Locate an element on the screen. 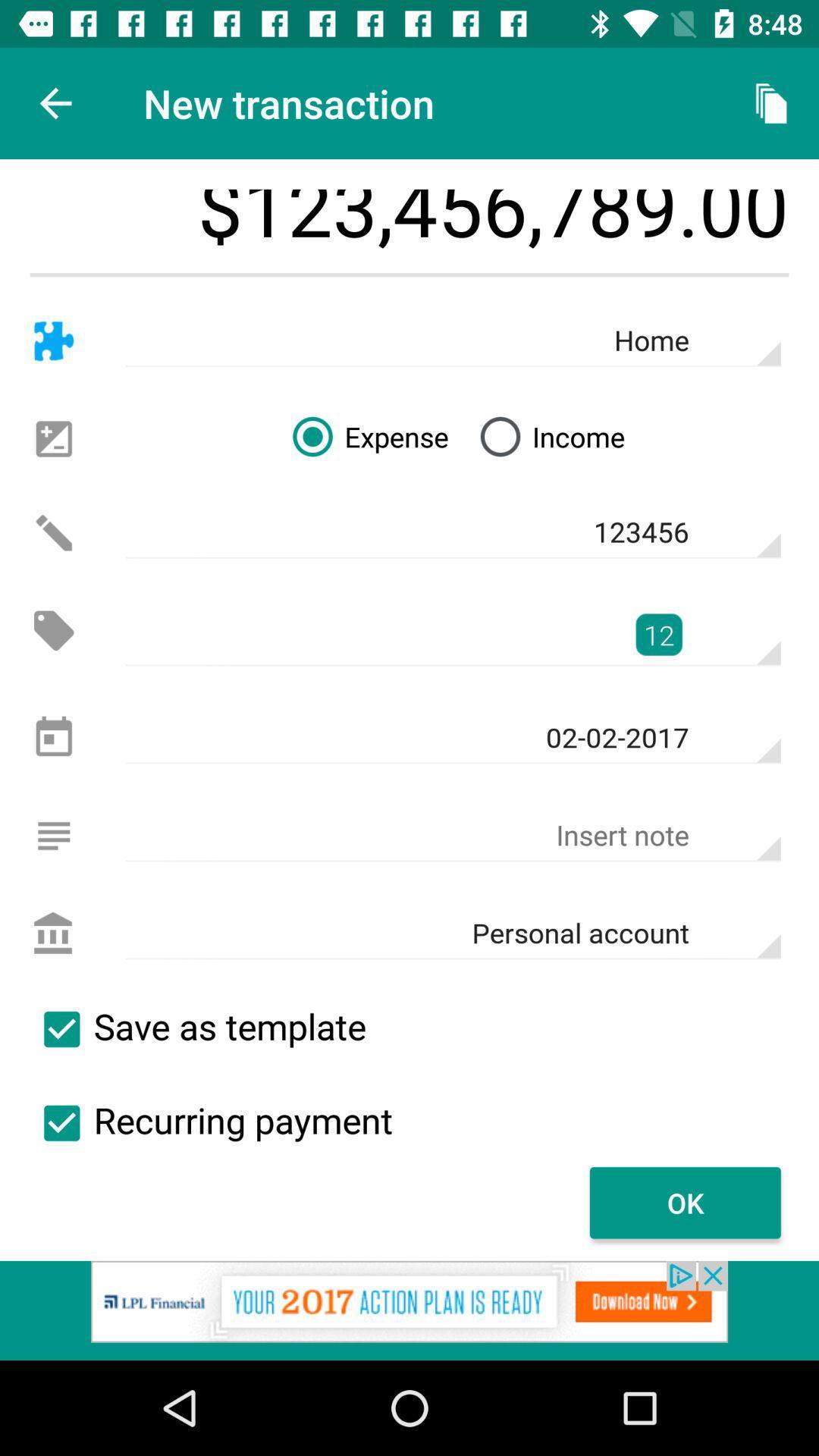 The height and width of the screenshot is (1456, 819). recurring payment is located at coordinates (61, 1123).